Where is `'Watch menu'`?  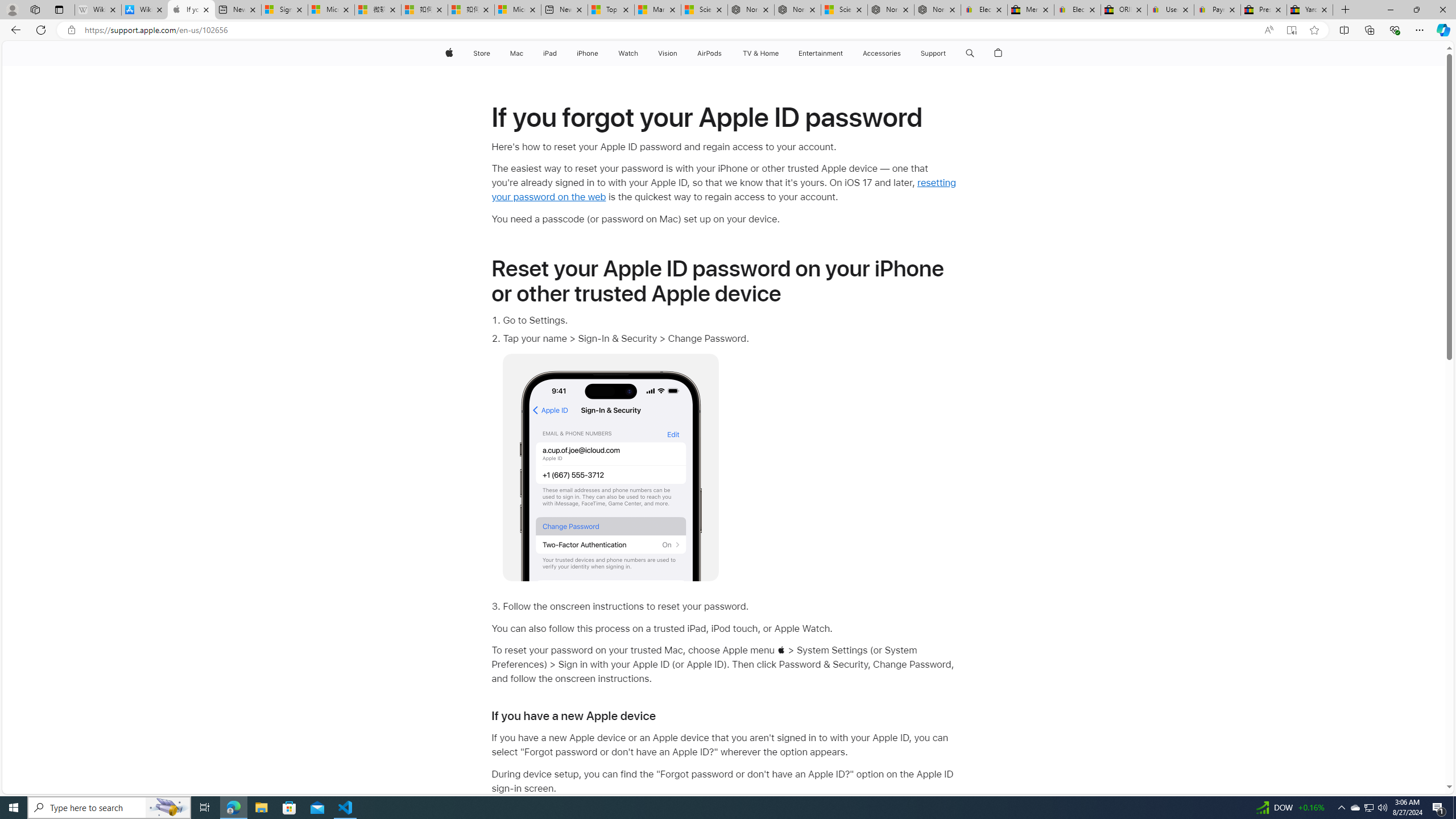
'Watch menu' is located at coordinates (640, 53).